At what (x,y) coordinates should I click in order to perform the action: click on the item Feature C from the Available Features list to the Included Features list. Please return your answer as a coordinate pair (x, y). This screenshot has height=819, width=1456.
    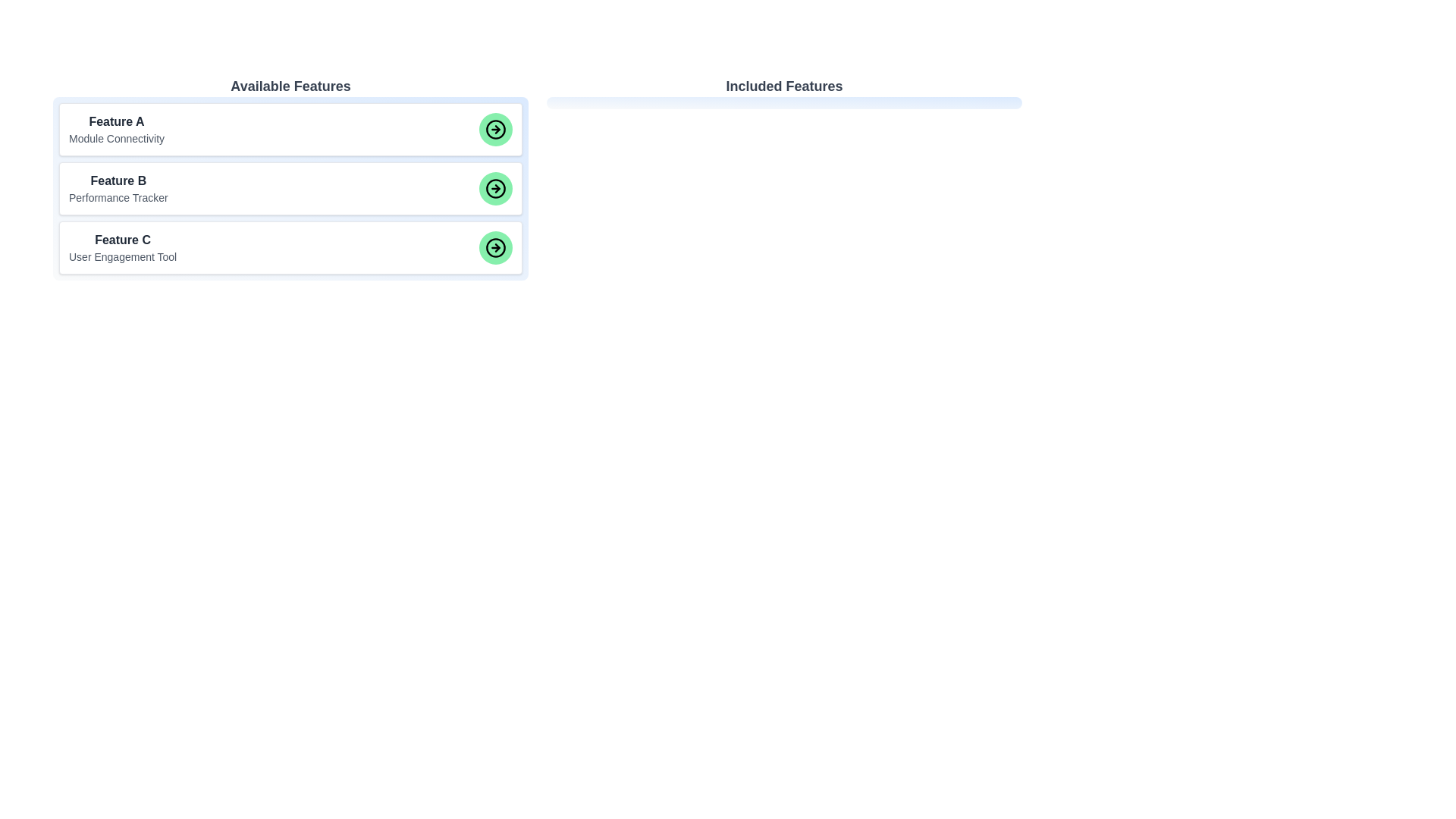
    Looking at the image, I should click on (290, 247).